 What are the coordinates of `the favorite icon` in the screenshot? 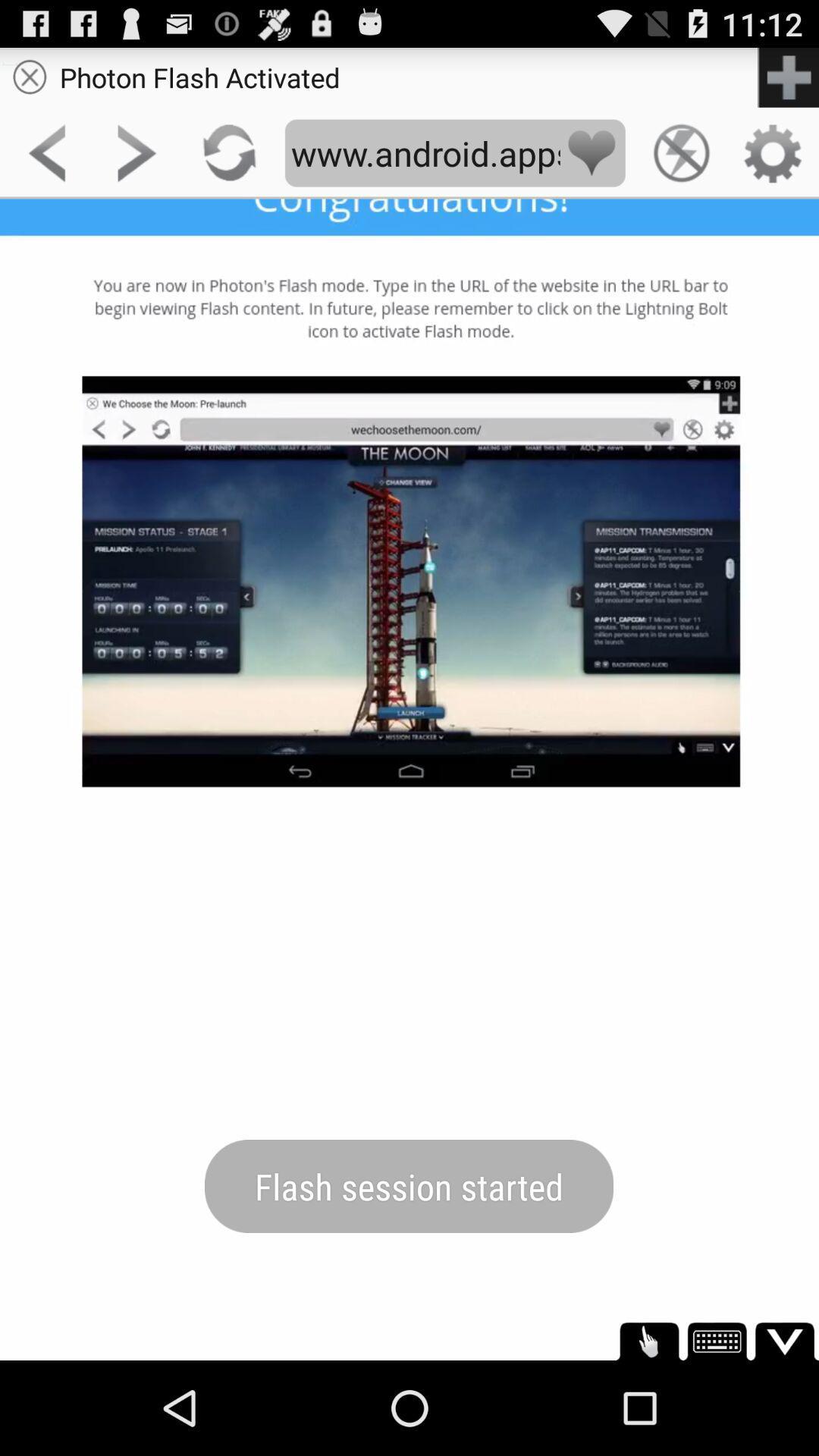 It's located at (591, 164).